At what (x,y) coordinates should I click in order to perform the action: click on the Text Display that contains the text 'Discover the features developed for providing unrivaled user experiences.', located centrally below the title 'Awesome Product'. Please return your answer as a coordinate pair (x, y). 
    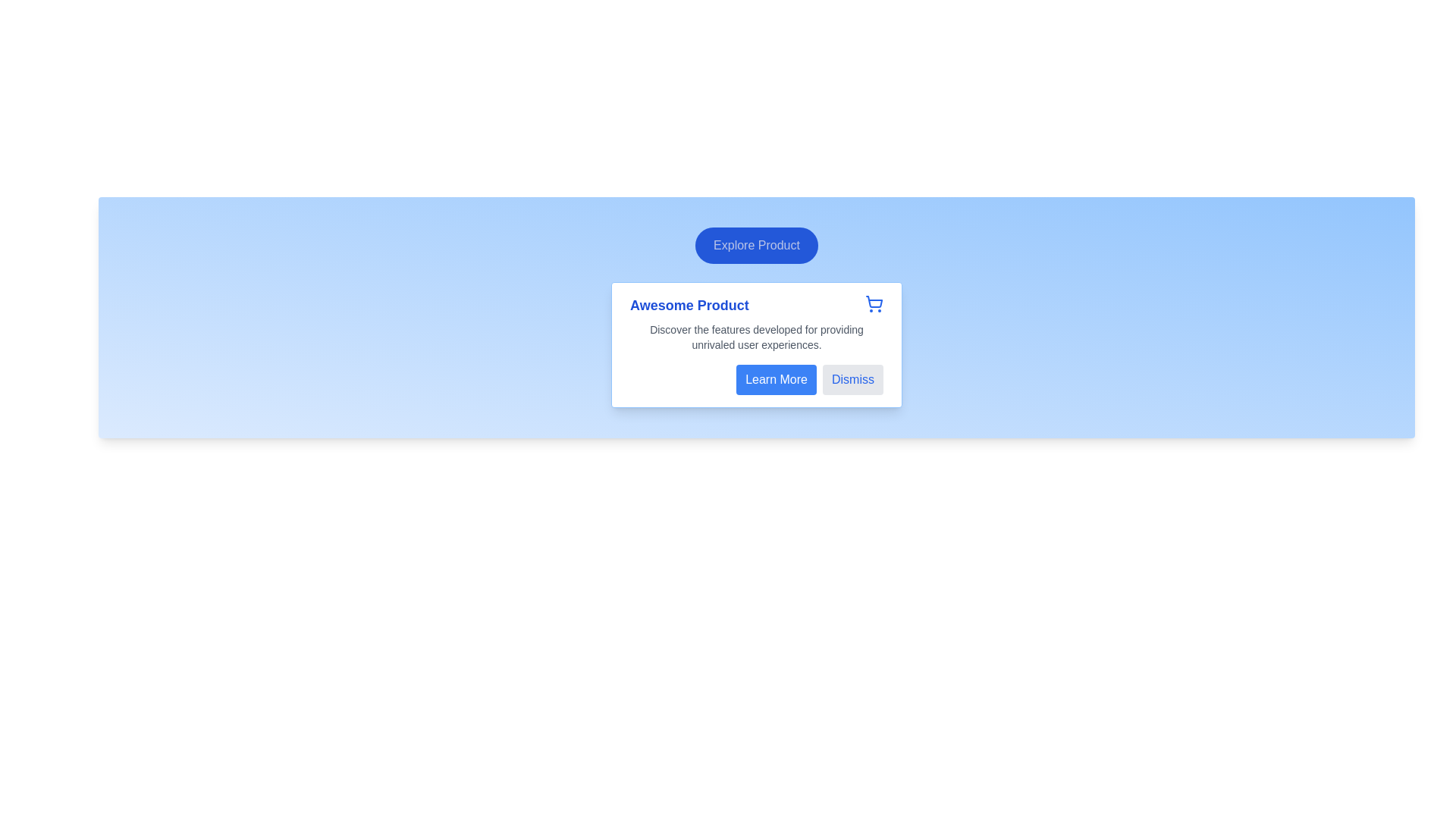
    Looking at the image, I should click on (757, 336).